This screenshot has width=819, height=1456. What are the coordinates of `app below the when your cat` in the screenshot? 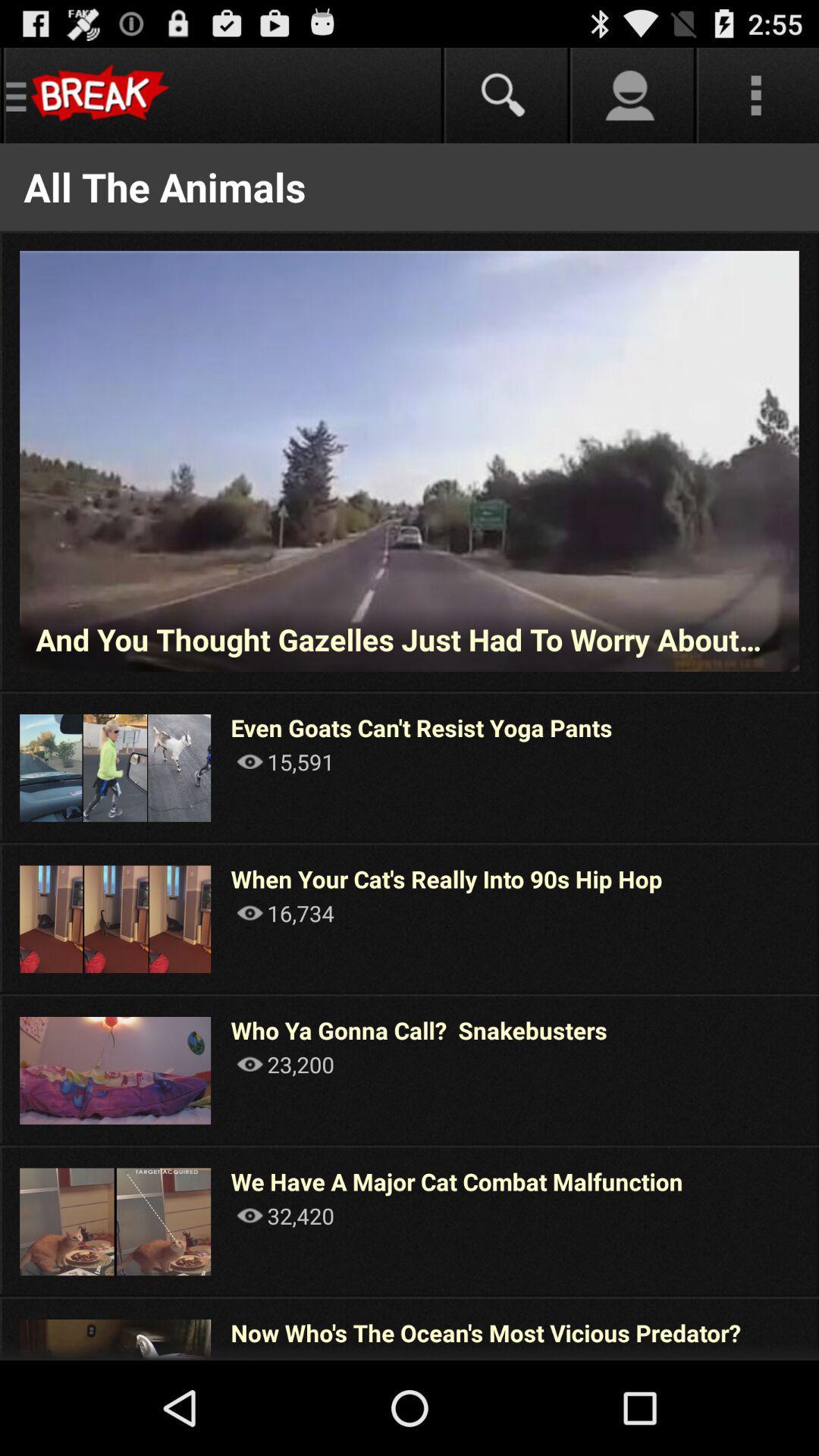 It's located at (285, 912).